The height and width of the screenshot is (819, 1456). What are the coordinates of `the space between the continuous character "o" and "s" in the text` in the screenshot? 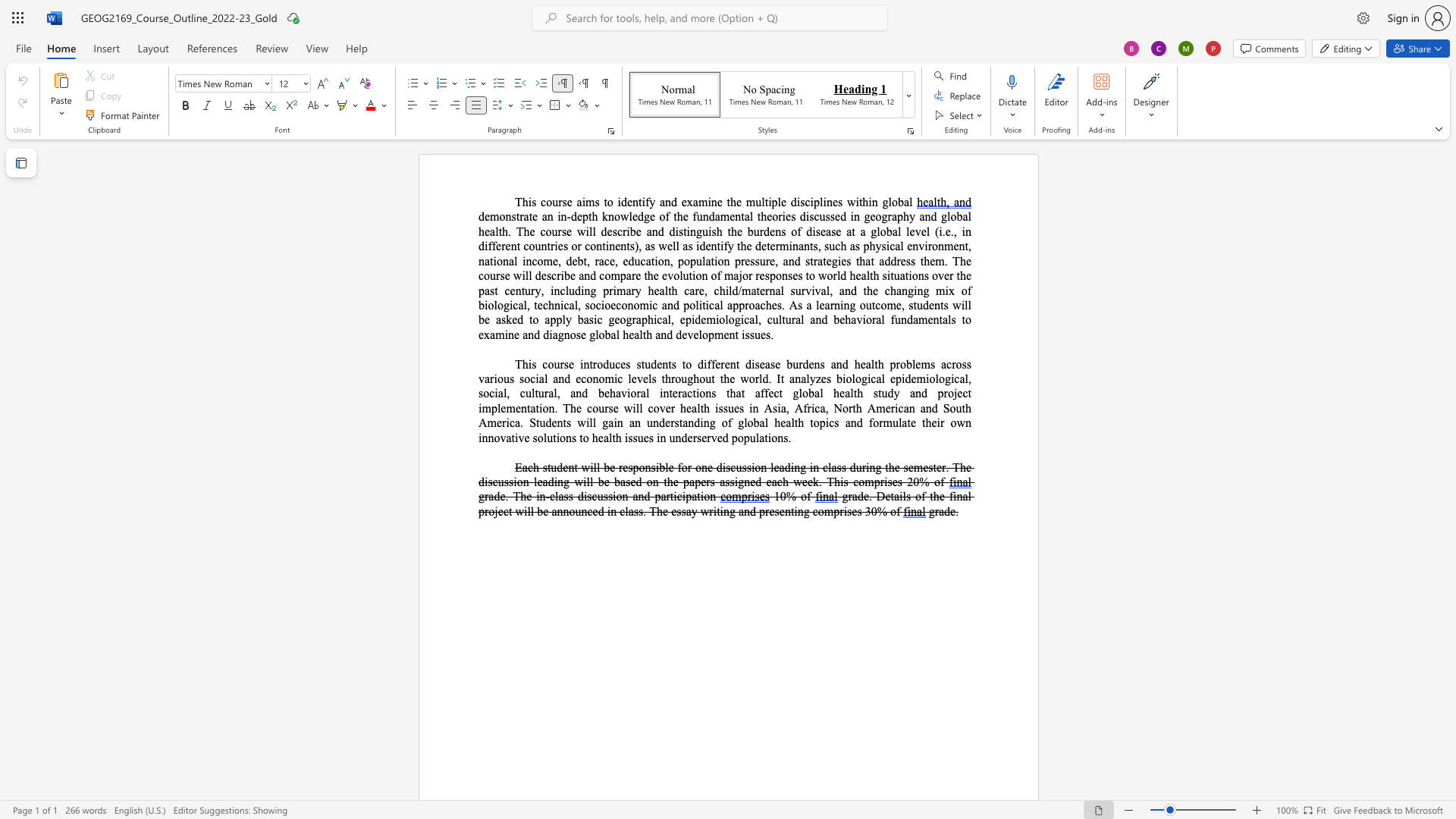 It's located at (575, 334).